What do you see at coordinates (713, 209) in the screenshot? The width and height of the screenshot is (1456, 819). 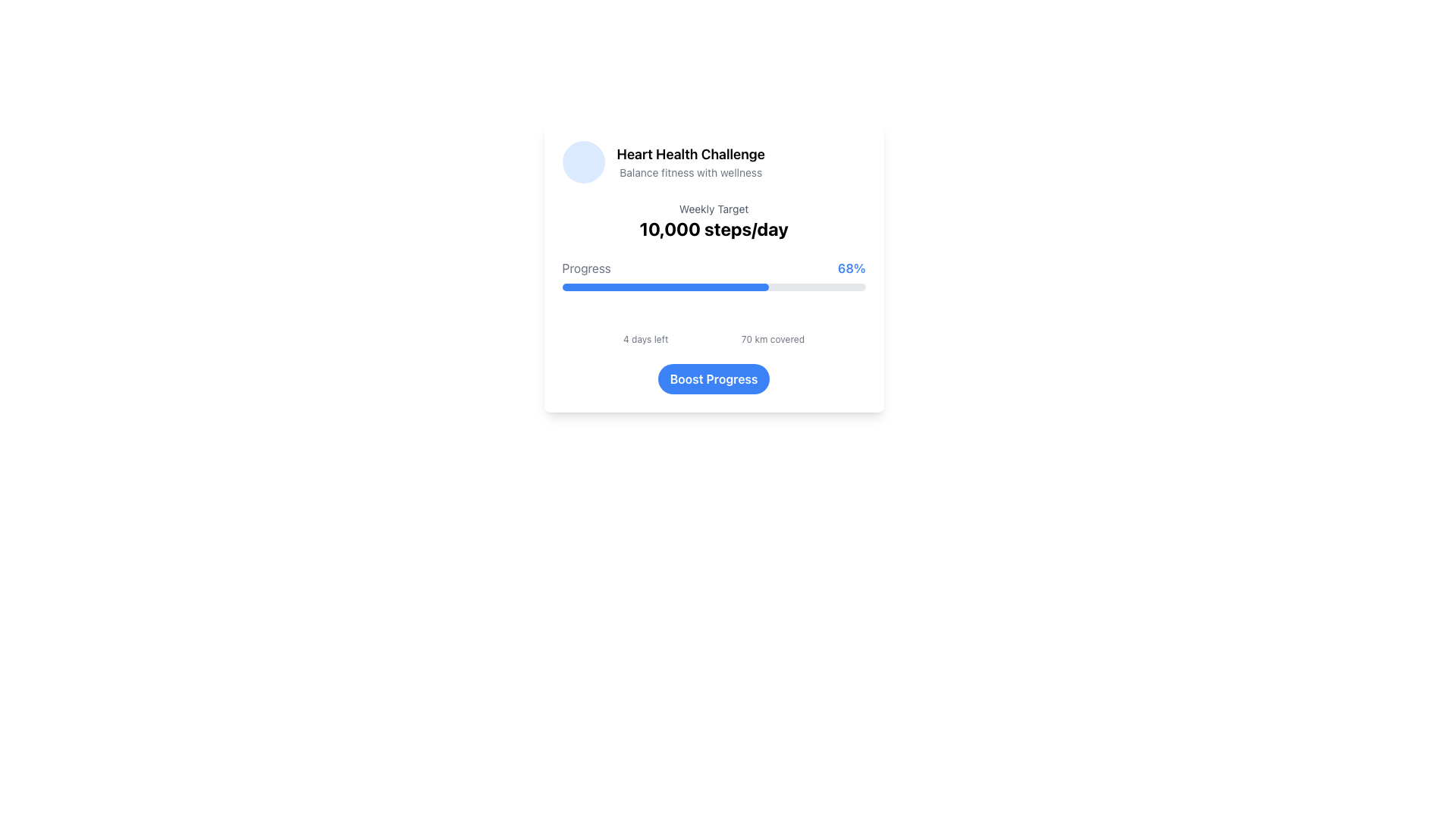 I see `the Text Label that indicates the type of goal for the 'Heart Health Challenge', positioned above the '10,000 steps/day' label` at bounding box center [713, 209].